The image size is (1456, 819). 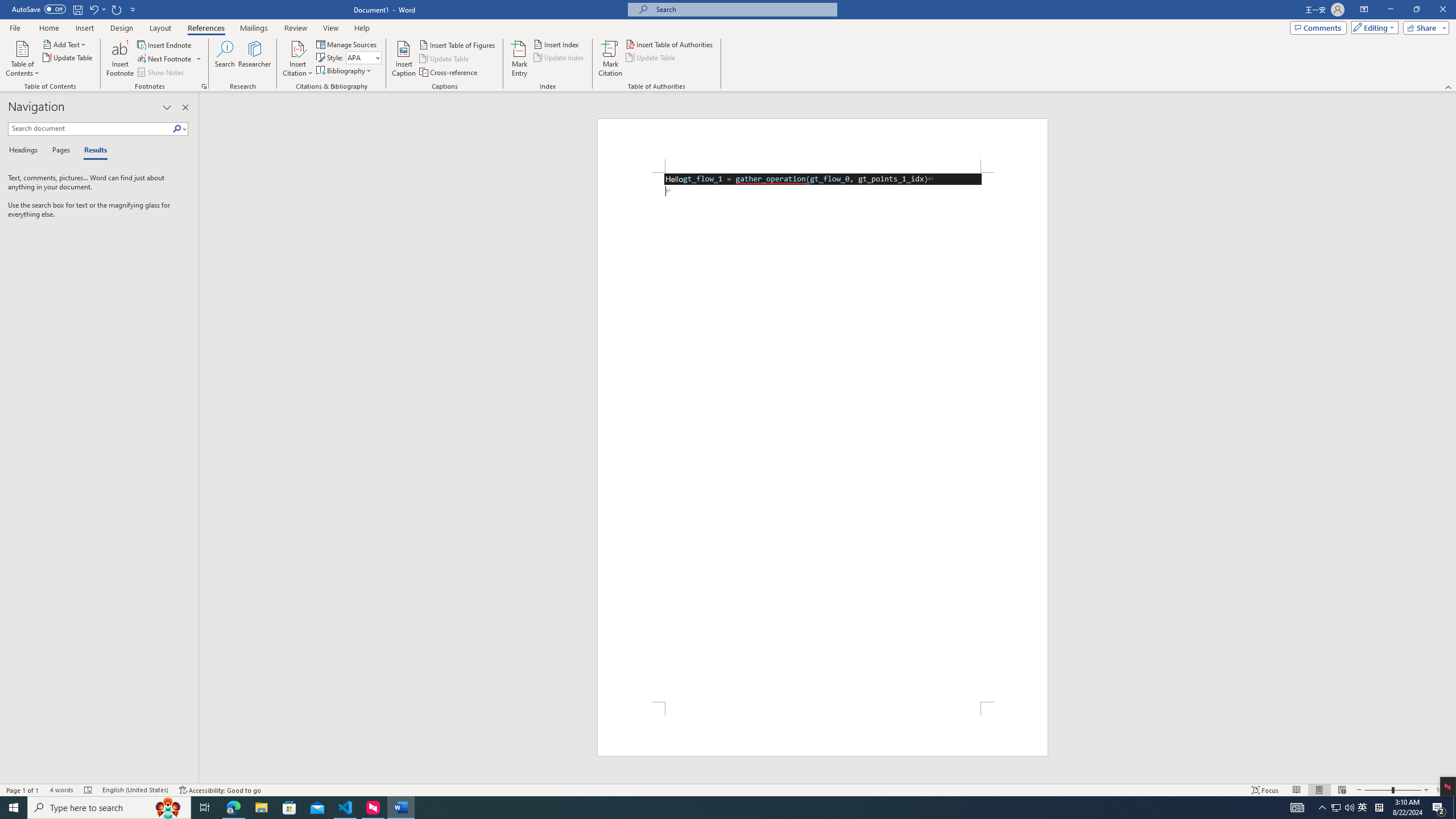 What do you see at coordinates (25, 150) in the screenshot?
I see `'Headings'` at bounding box center [25, 150].